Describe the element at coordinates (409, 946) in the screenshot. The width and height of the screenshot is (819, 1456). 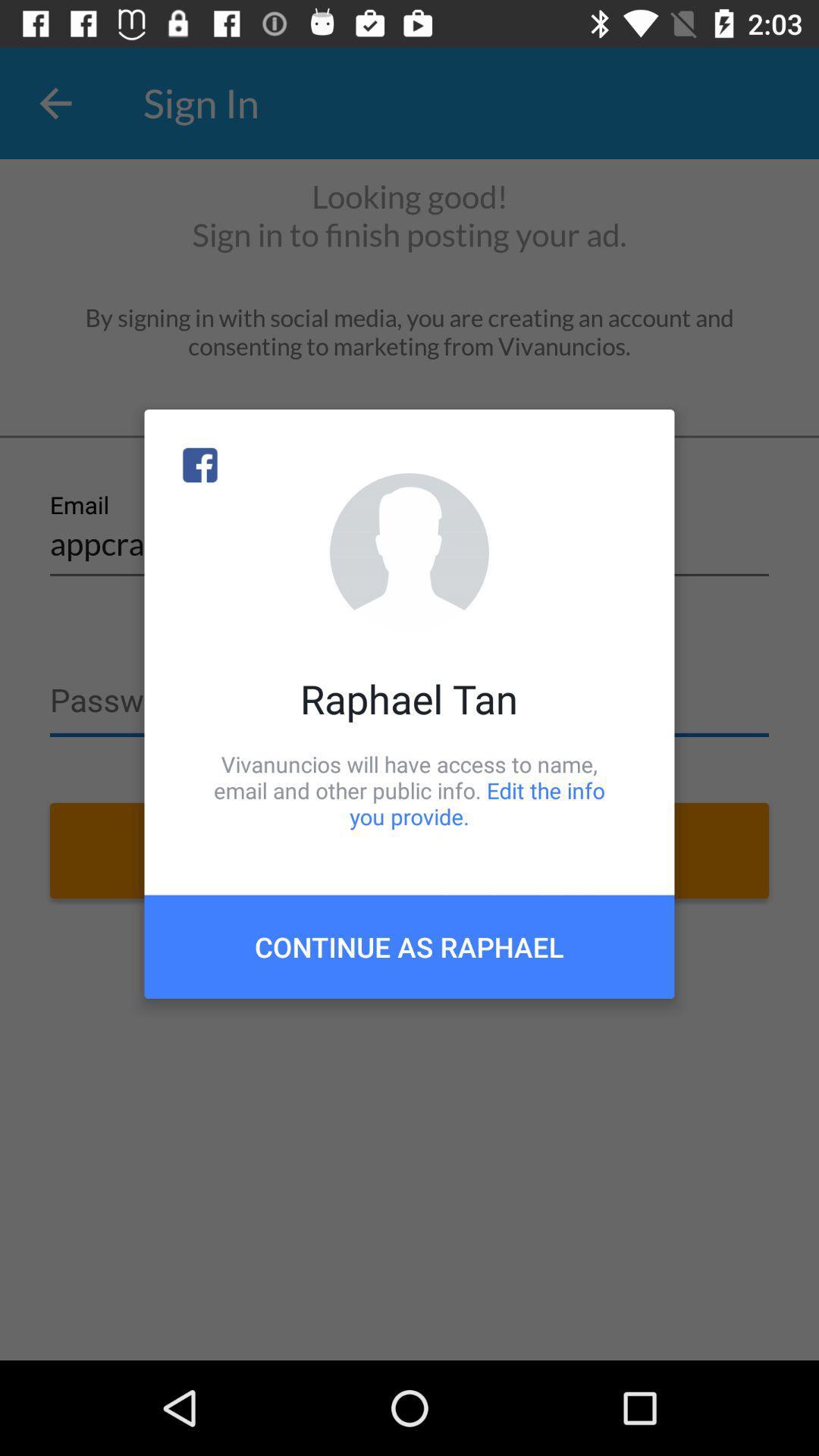
I see `continue as raphael item` at that location.